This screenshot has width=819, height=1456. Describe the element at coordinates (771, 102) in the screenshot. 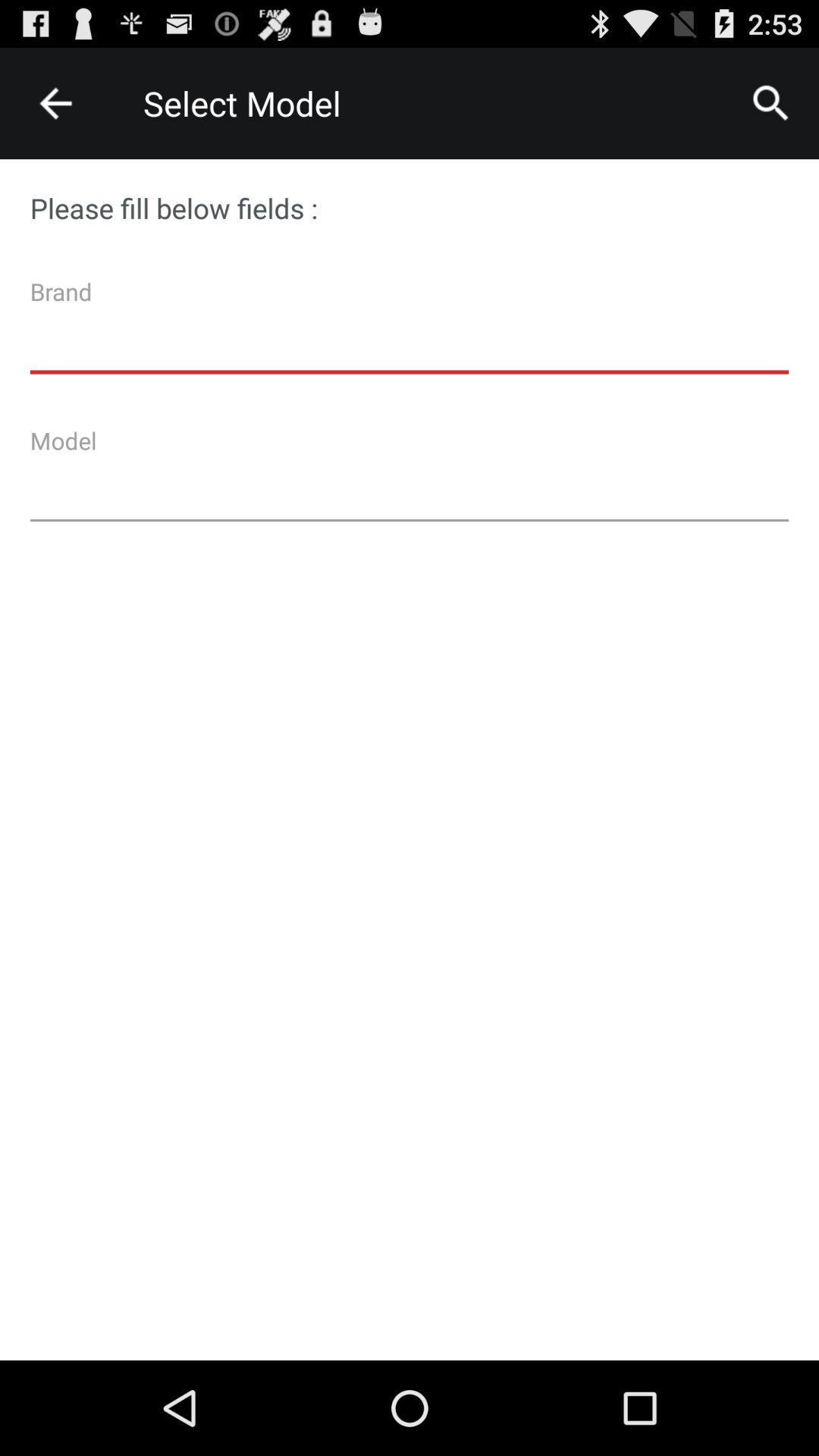

I see `icon at the top right corner` at that location.